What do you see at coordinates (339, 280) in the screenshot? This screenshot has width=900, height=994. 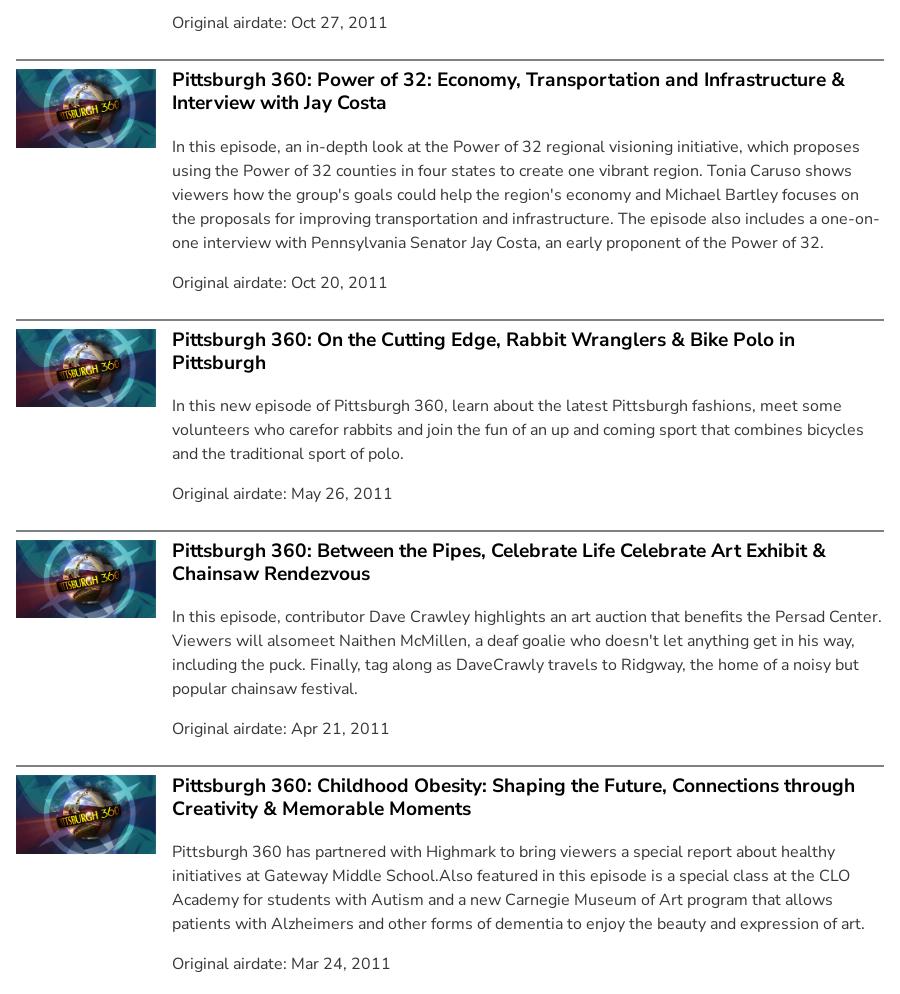 I see `'Oct 20, 2011'` at bounding box center [339, 280].